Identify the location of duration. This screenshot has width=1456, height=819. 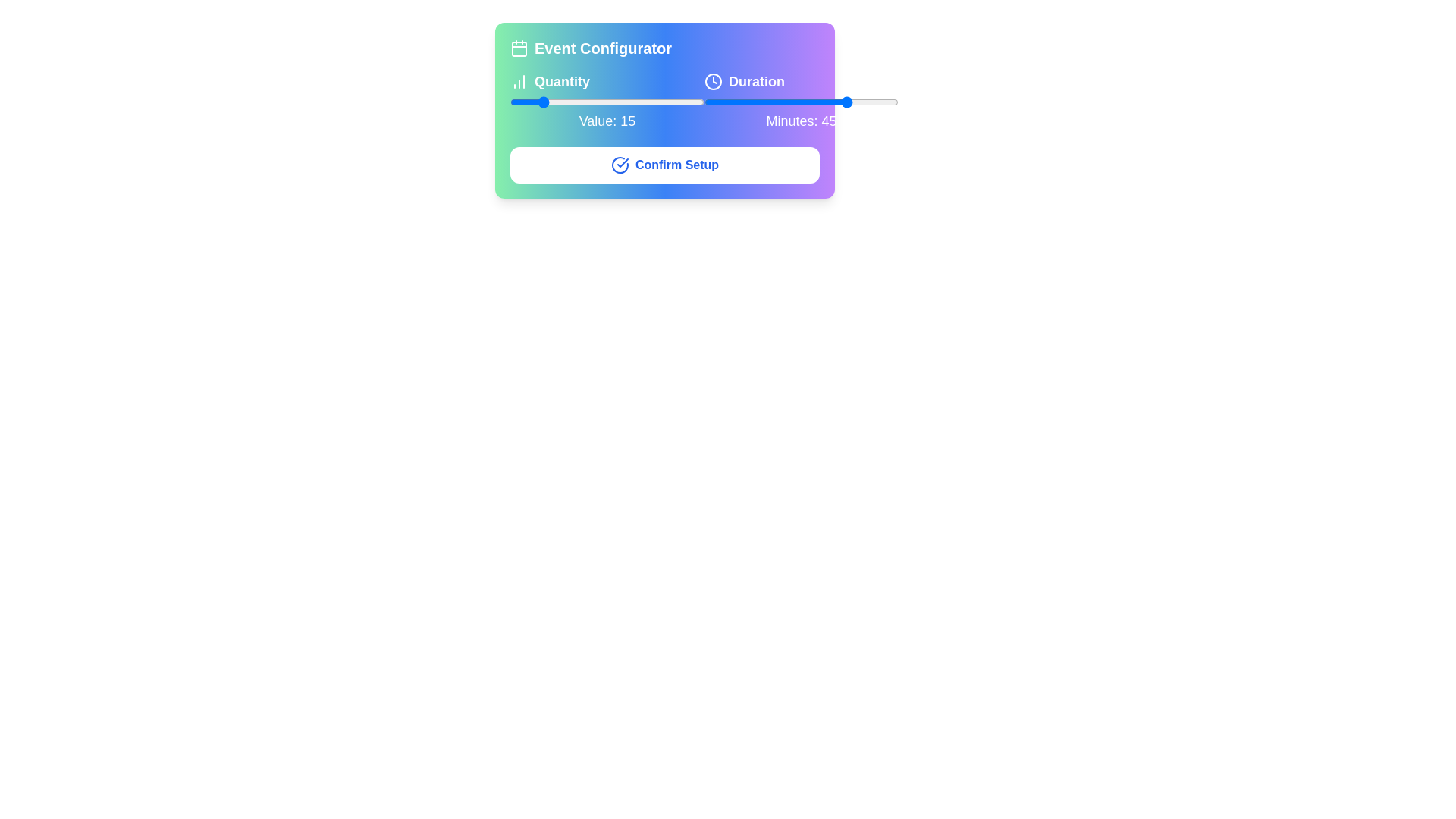
(850, 102).